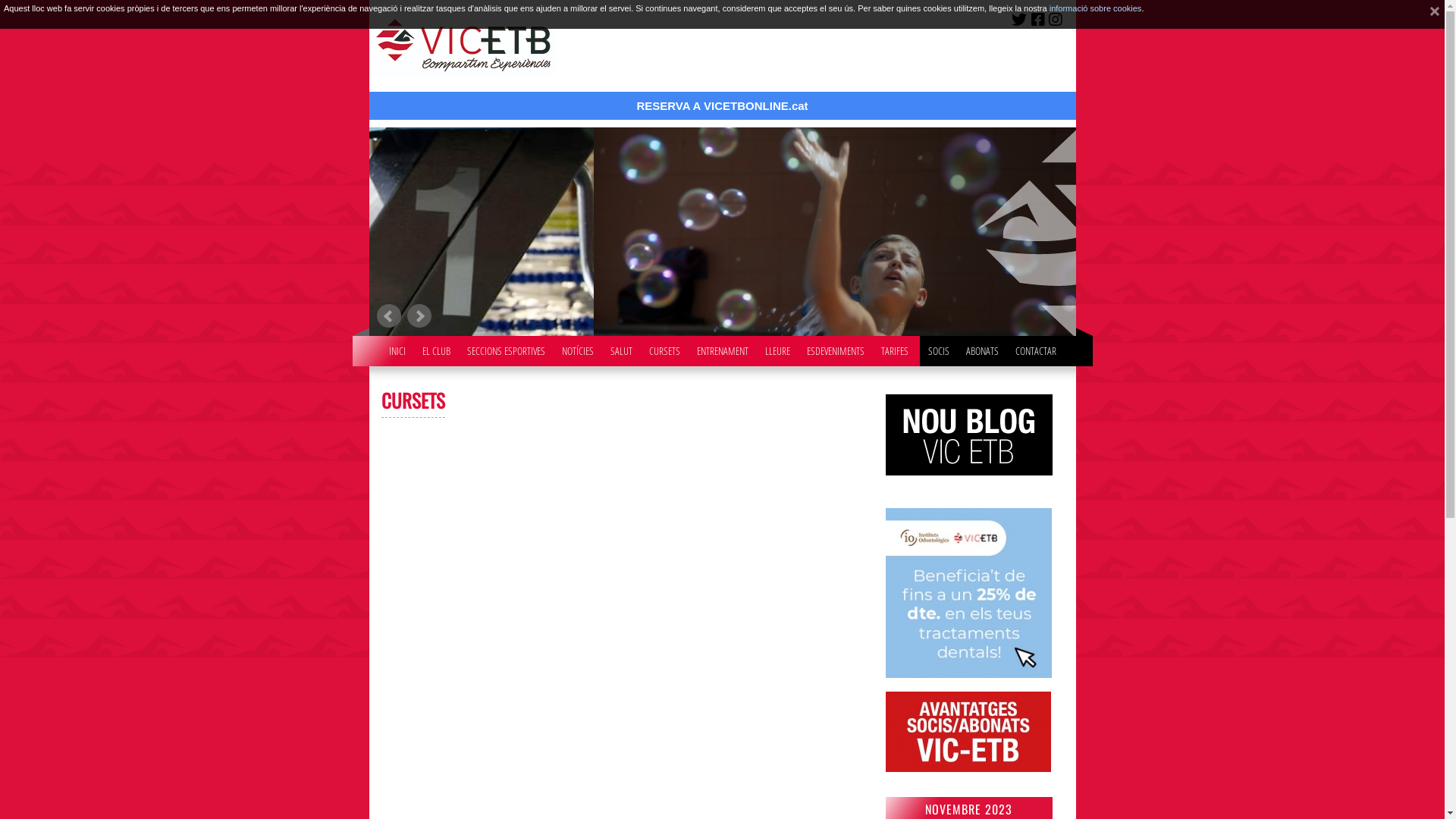  What do you see at coordinates (388, 315) in the screenshot?
I see `'Prev'` at bounding box center [388, 315].